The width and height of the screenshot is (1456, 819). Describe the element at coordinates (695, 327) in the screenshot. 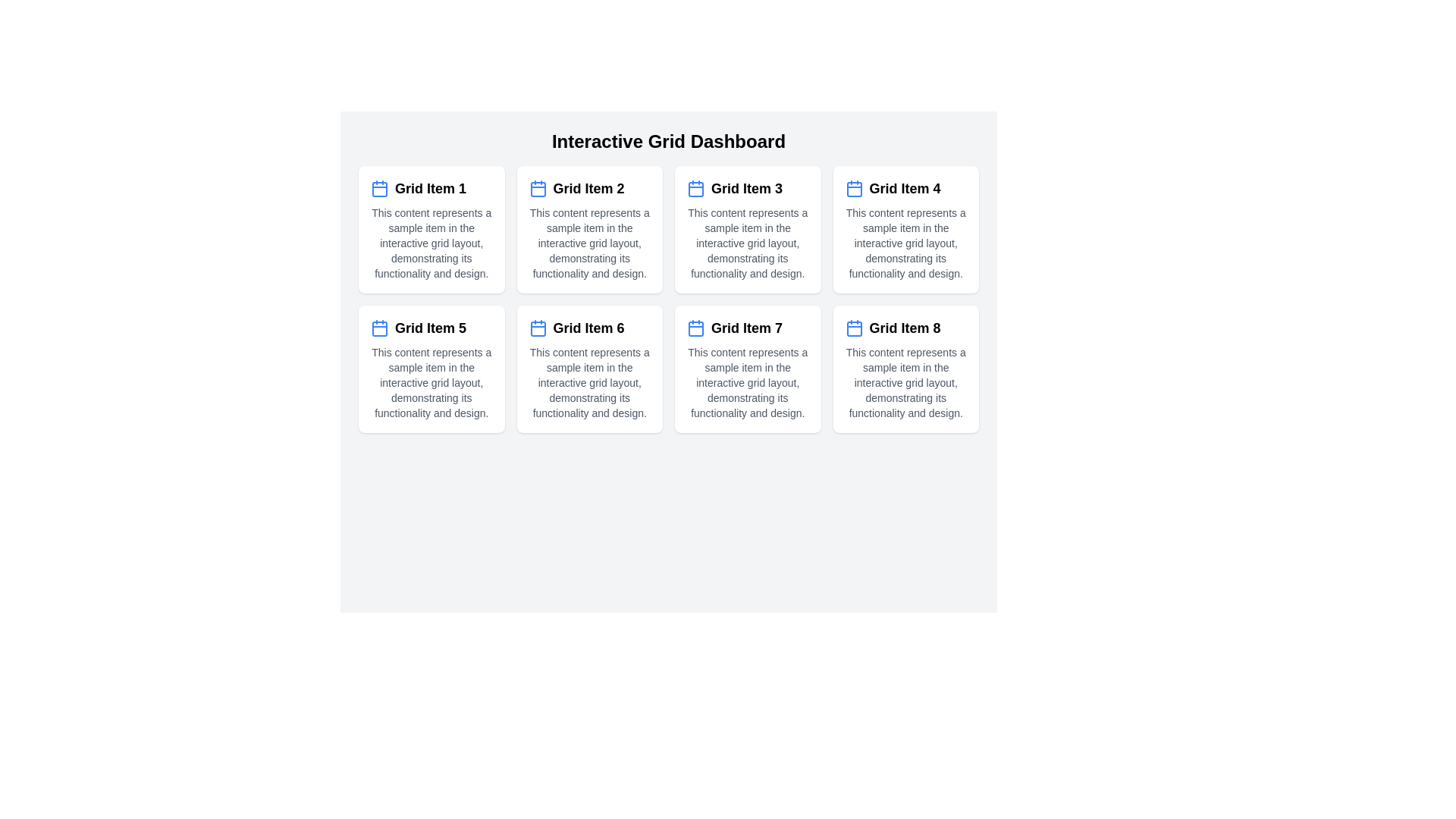

I see `the blue calendar icon located in the header of 'Grid Item 7', which is positioned in the second row and third column of the grid layout` at that location.